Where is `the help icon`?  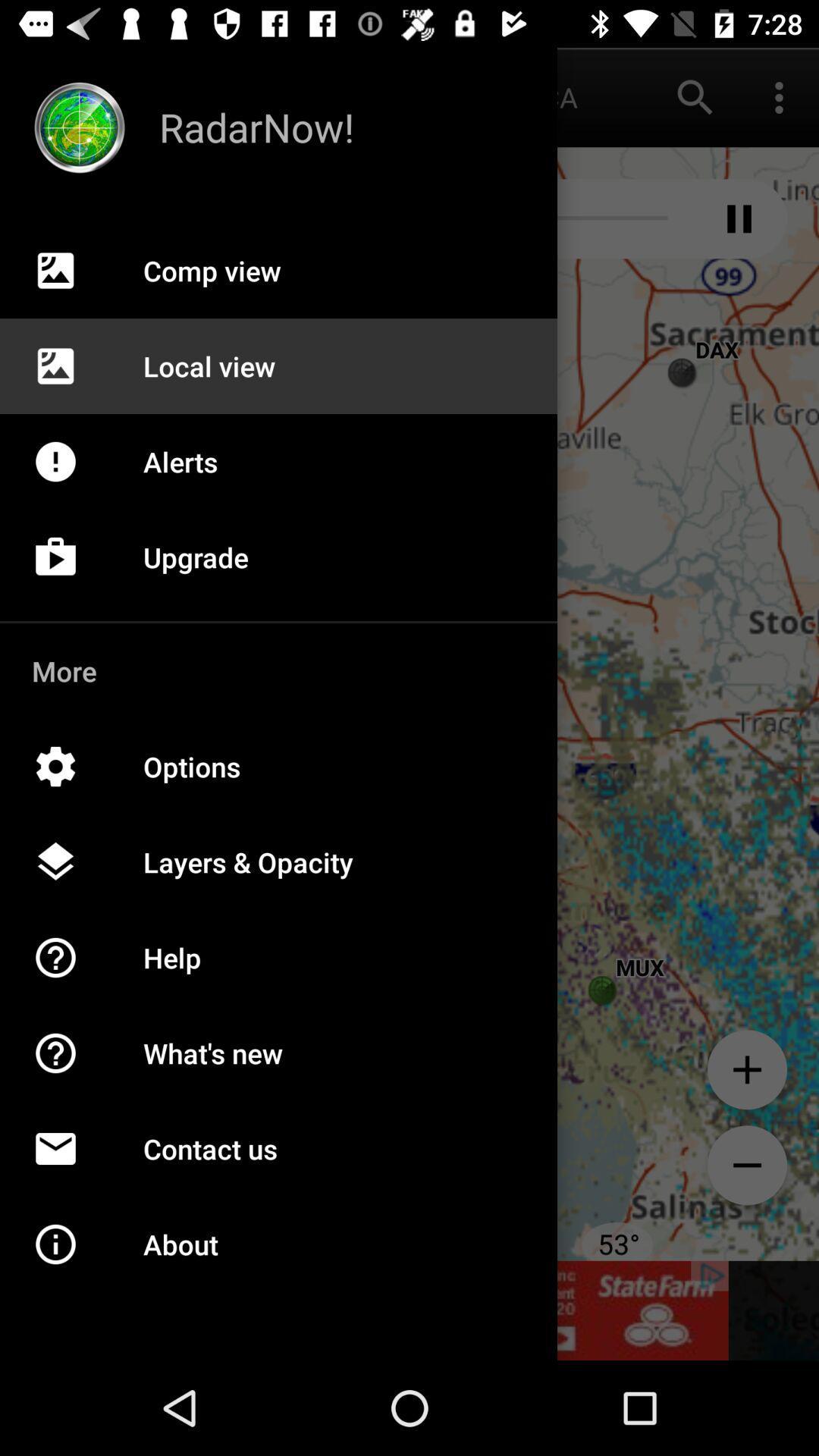 the help icon is located at coordinates (71, 1068).